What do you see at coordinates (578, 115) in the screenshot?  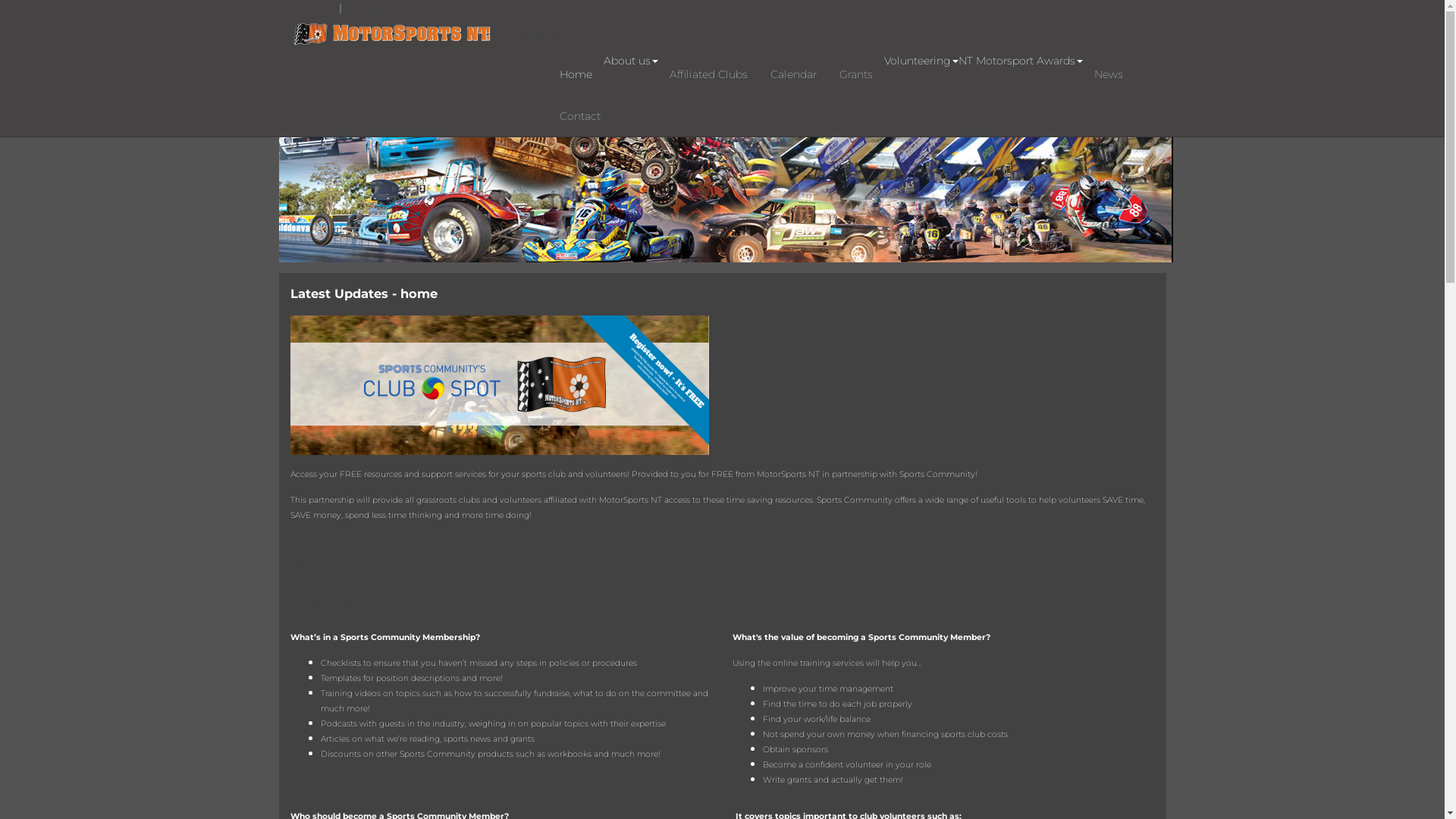 I see `'Contact'` at bounding box center [578, 115].